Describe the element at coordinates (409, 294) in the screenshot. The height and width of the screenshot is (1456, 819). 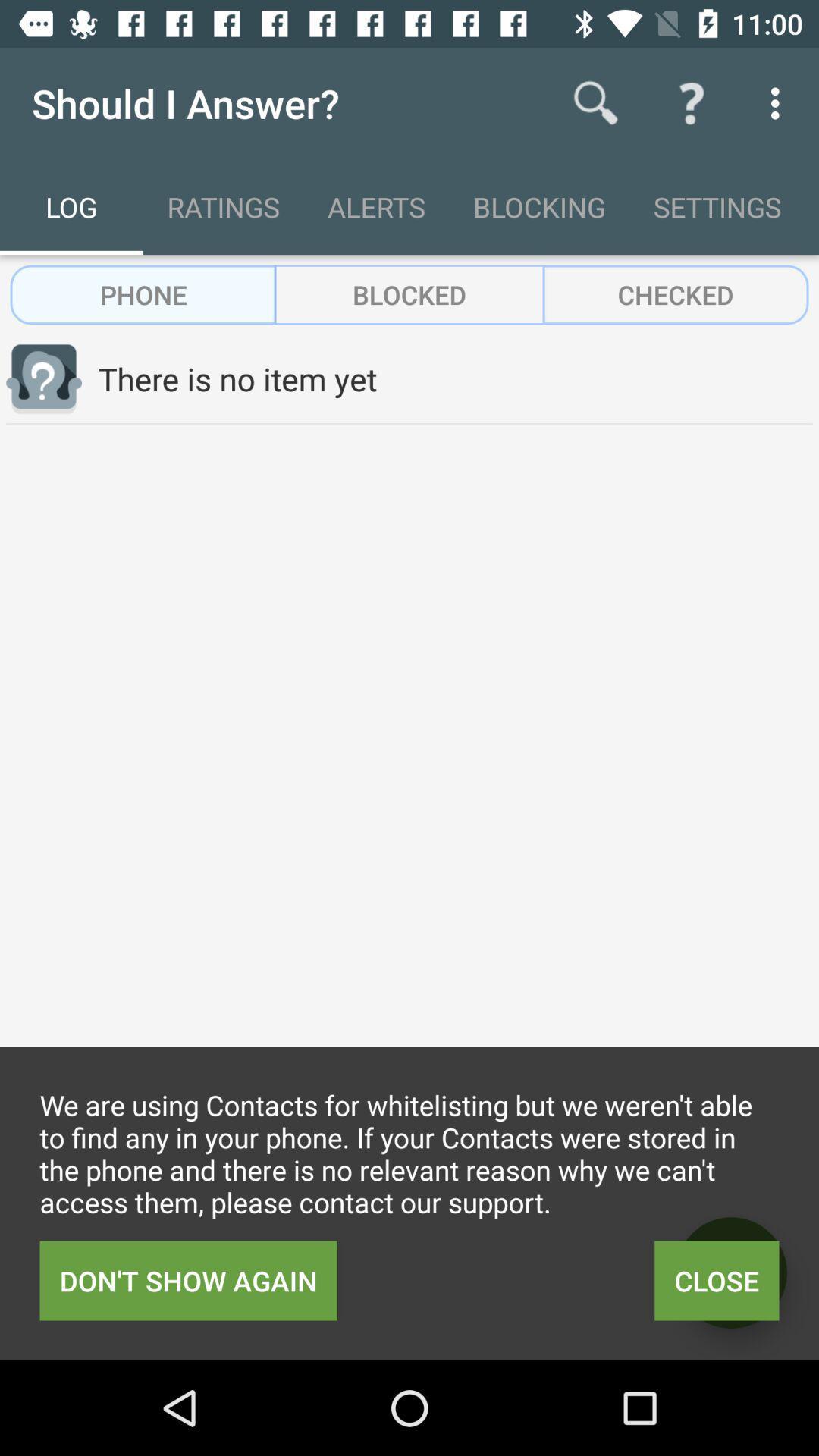
I see `item to the left of the checked item` at that location.